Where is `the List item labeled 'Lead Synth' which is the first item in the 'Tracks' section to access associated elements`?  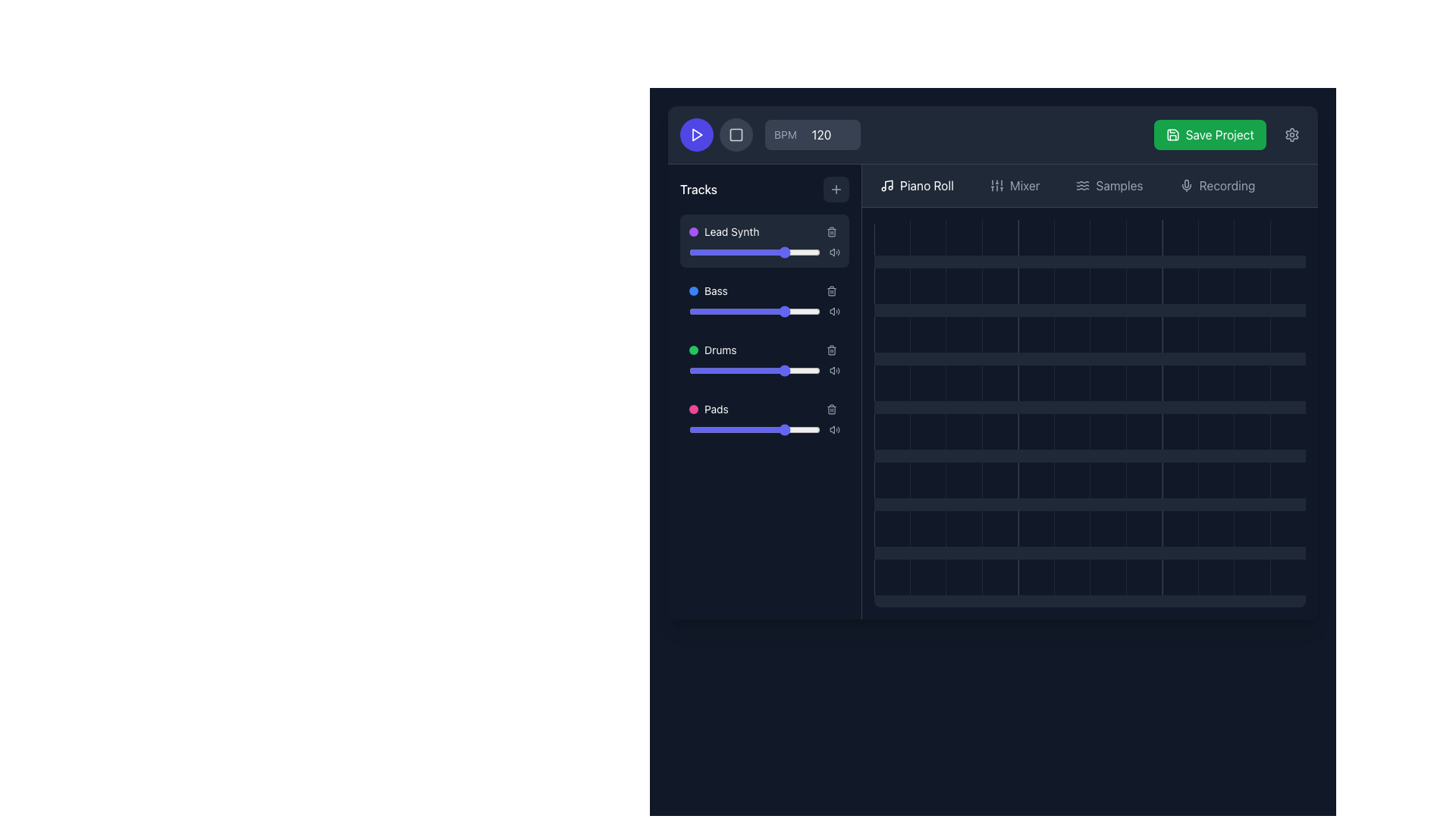 the List item labeled 'Lead Synth' which is the first item in the 'Tracks' section to access associated elements is located at coordinates (723, 231).